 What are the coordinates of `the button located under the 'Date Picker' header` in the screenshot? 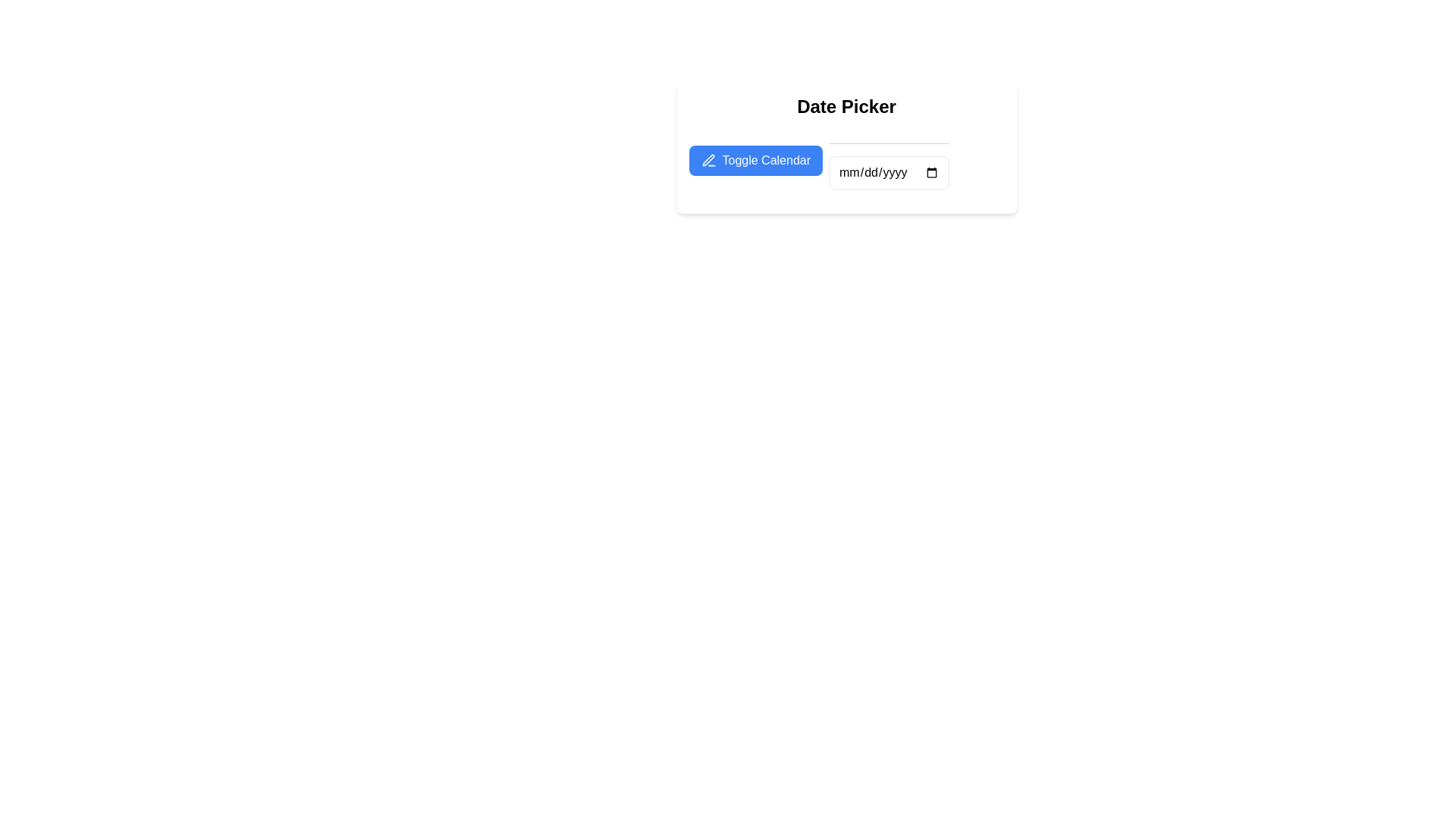 It's located at (755, 160).